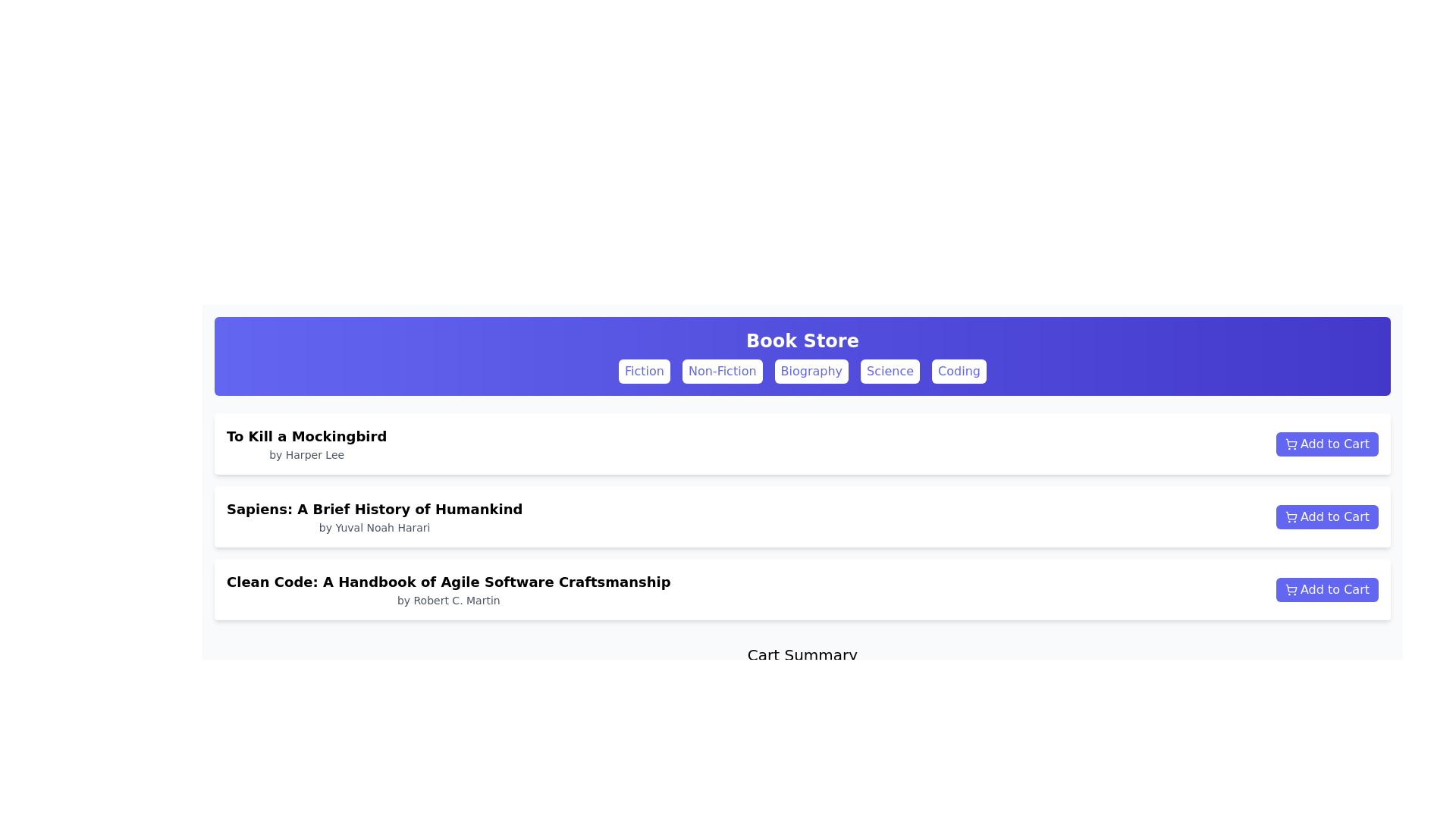 This screenshot has height=819, width=1456. I want to click on the 'Biography' category selector button, which is the third button in a horizontal list of five buttons labeled 'Fiction', 'Non-Fiction', 'Biography', 'Science', and 'Coding', so click(811, 371).